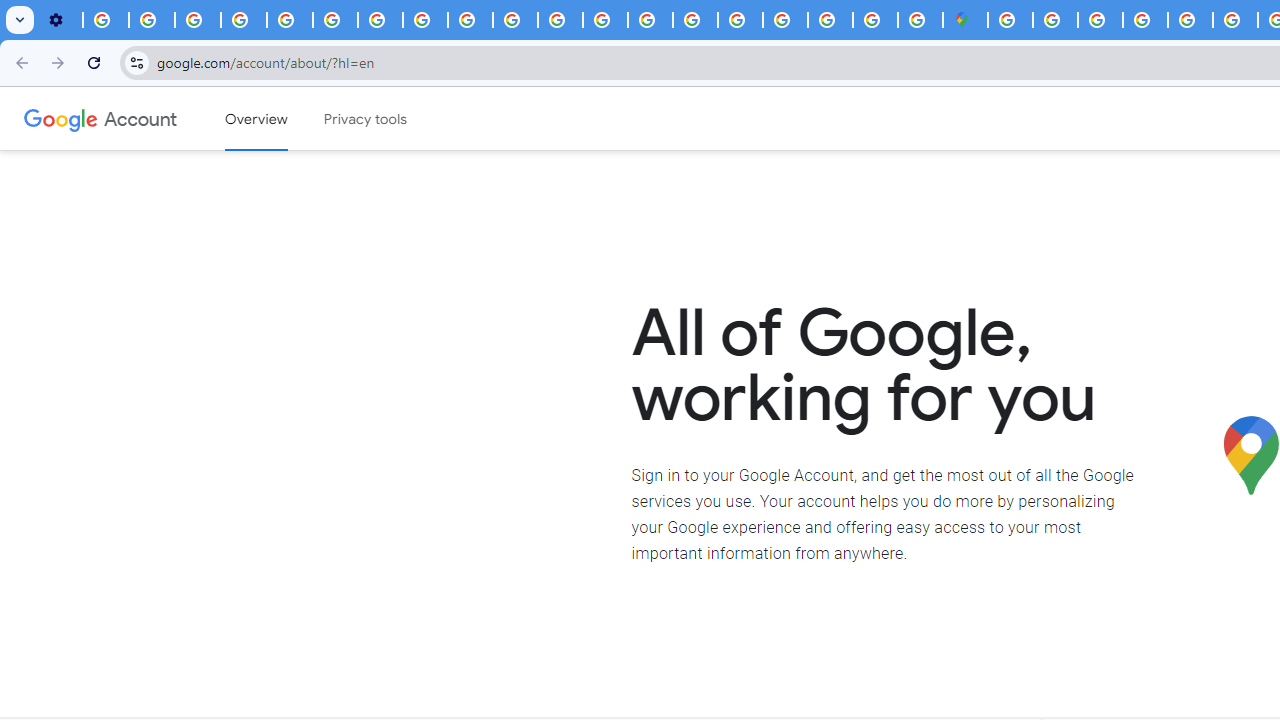  I want to click on 'Sign in - Google Accounts', so click(1010, 20).